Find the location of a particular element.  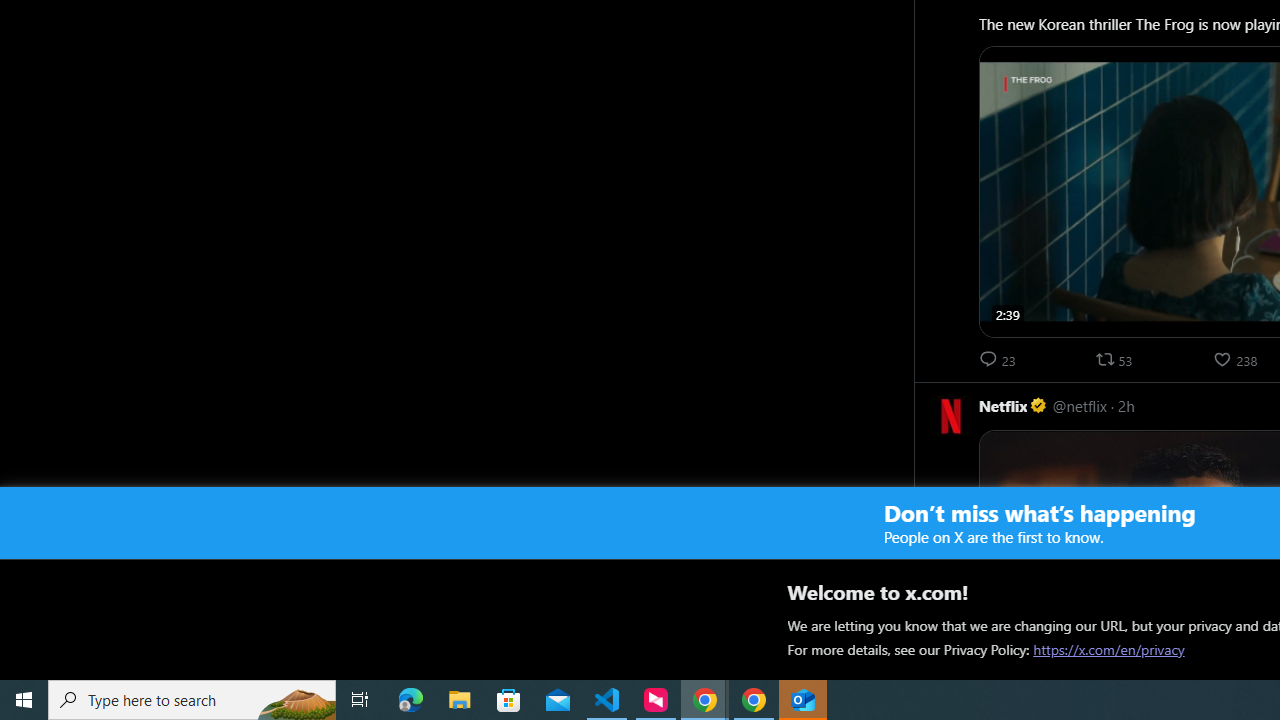

'https://x.com/en/privacy' is located at coordinates (1108, 649).